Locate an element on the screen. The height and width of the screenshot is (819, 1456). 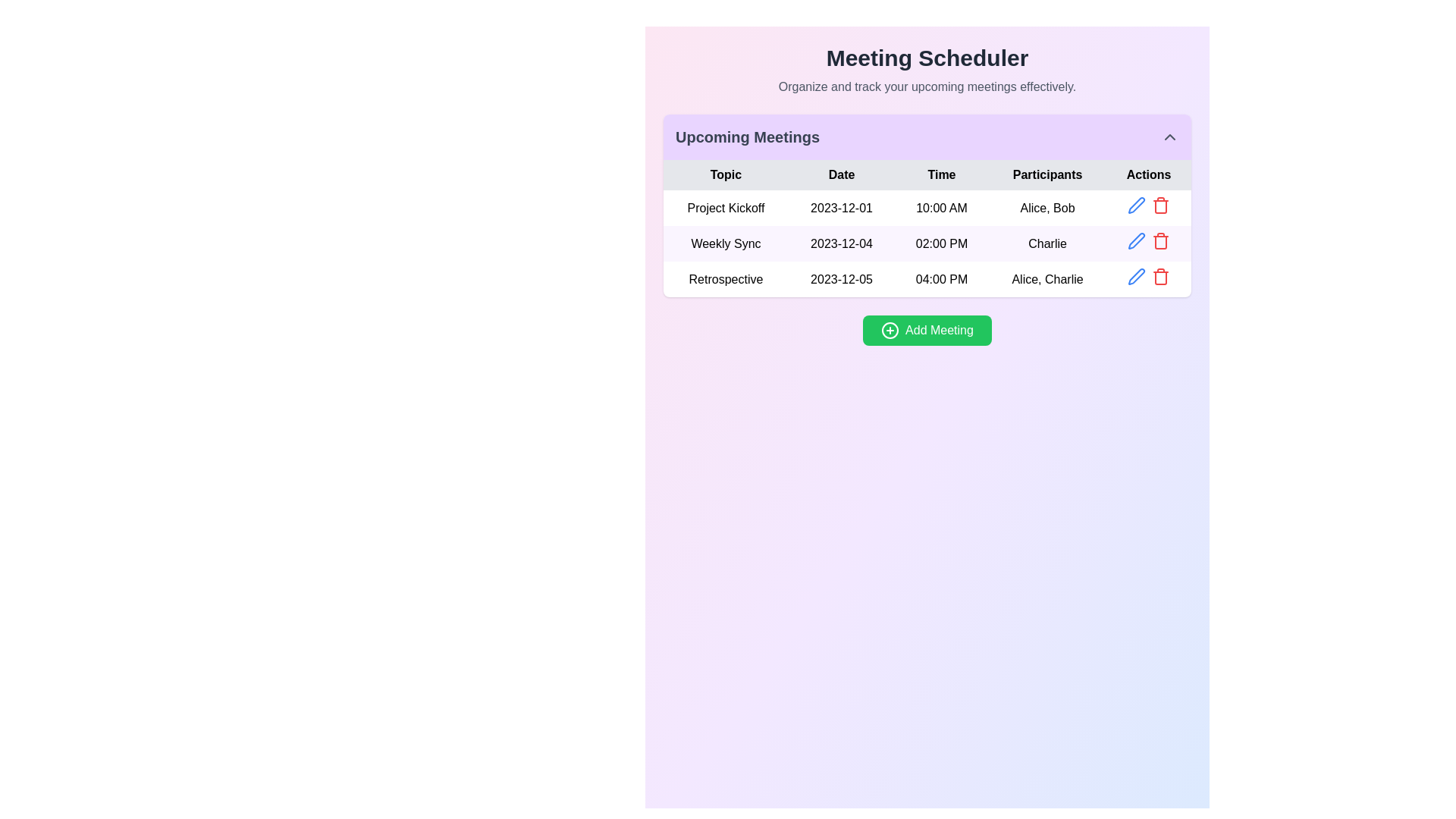
the static text label representing the title or topic of the specific meeting event located in the second row of the 'Upcoming Meetings' section under the 'Topic' column is located at coordinates (725, 243).